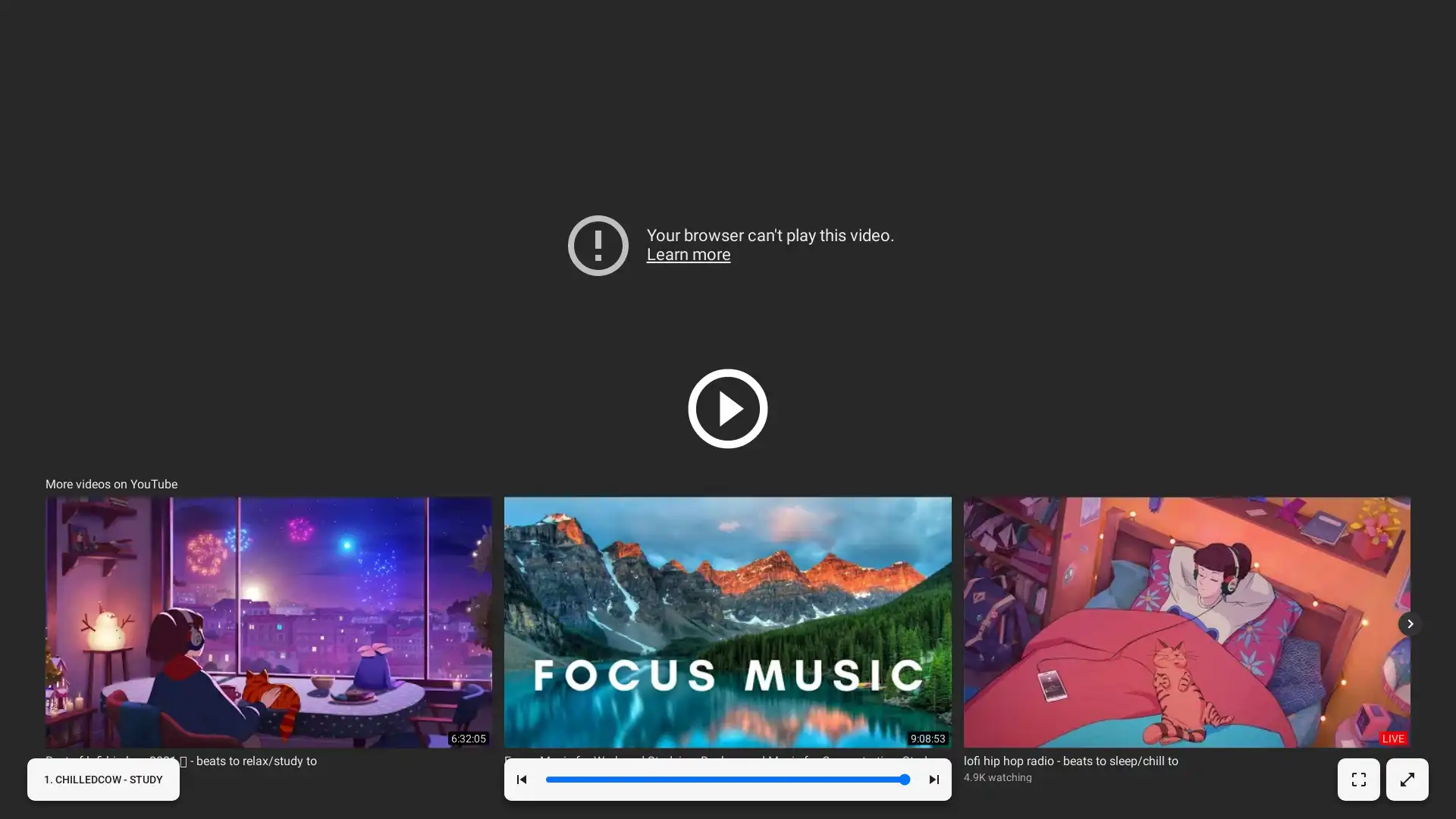 The image size is (1456, 819). I want to click on crop_free, so click(1357, 780).